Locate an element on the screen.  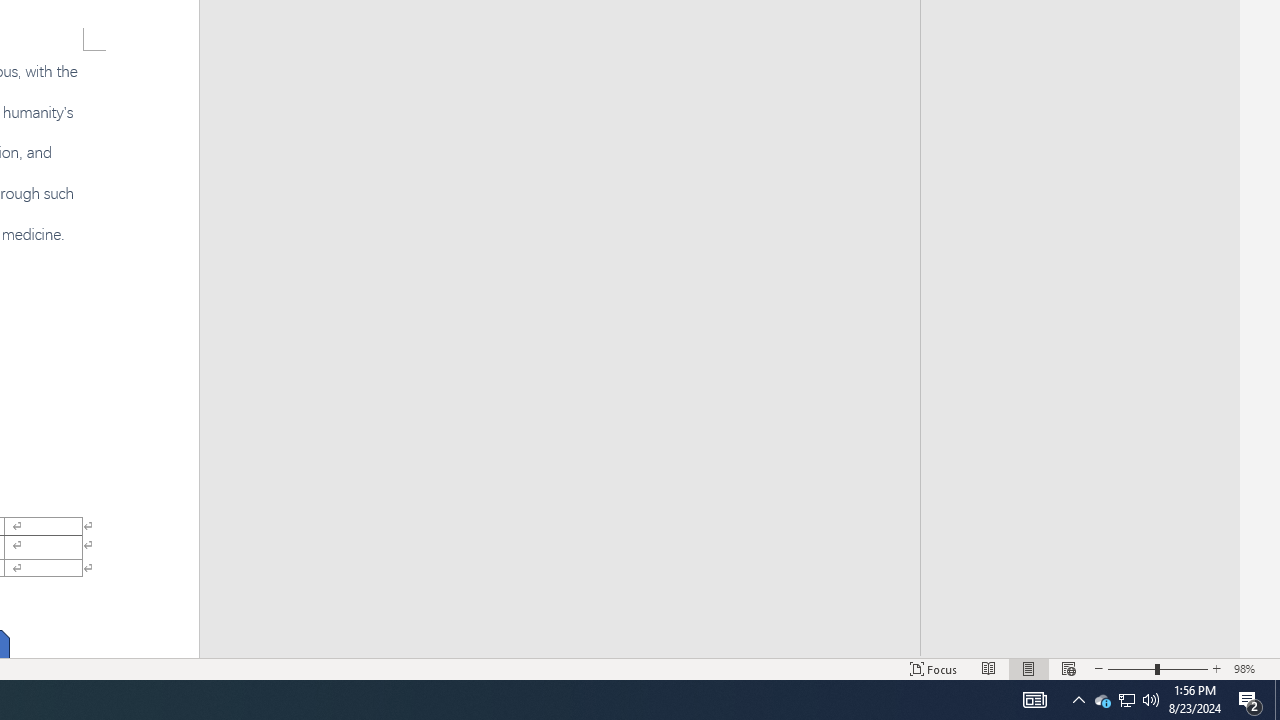
'Zoom Out' is located at coordinates (1131, 669).